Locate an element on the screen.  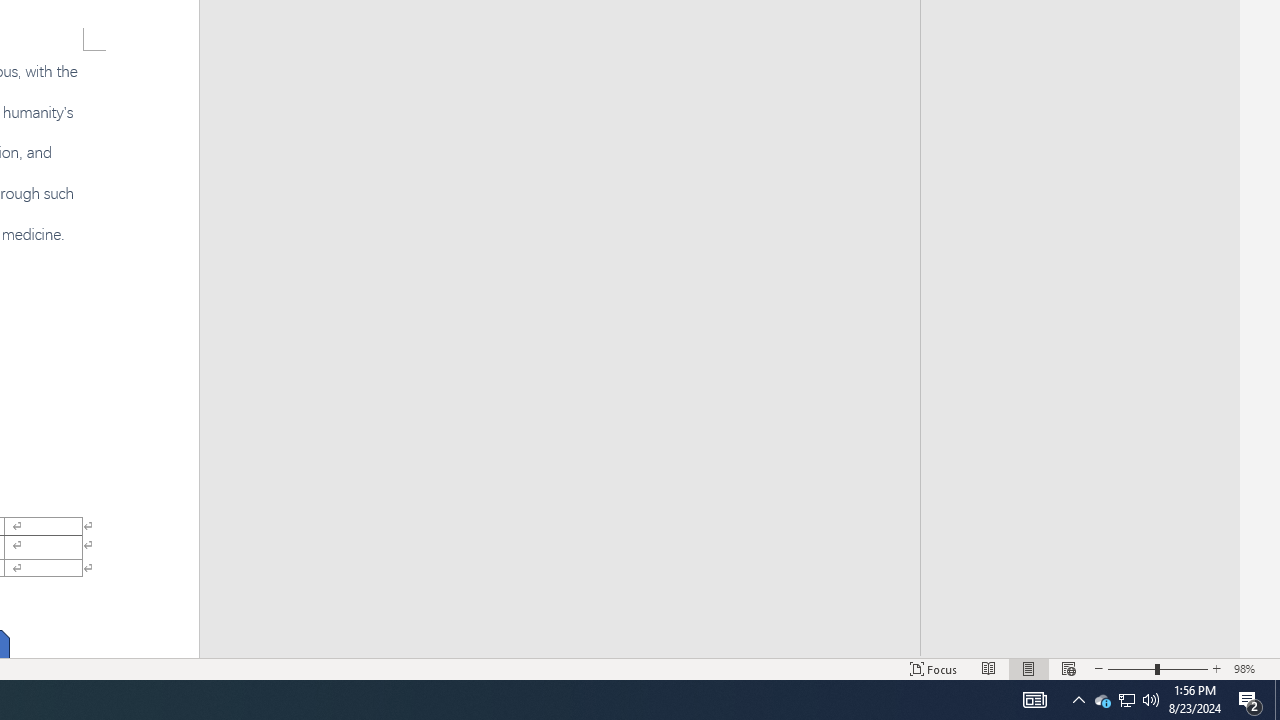
'Zoom Out' is located at coordinates (1131, 669).